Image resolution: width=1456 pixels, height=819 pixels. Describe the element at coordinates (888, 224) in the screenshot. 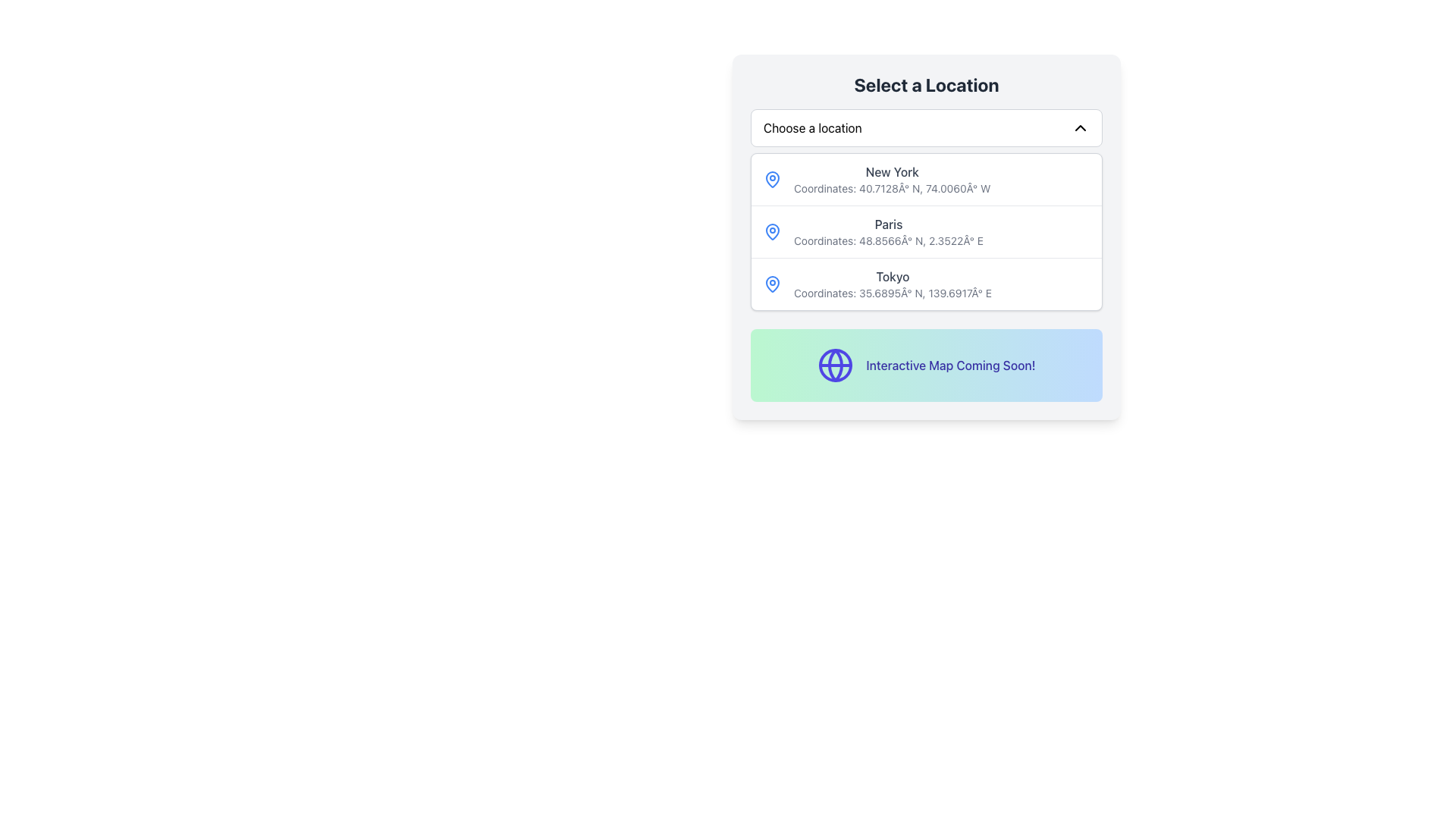

I see `text label displaying the location name 'Paris', which is the second option in the list of locations, located between 'New York' and 'Tokyo'` at that location.